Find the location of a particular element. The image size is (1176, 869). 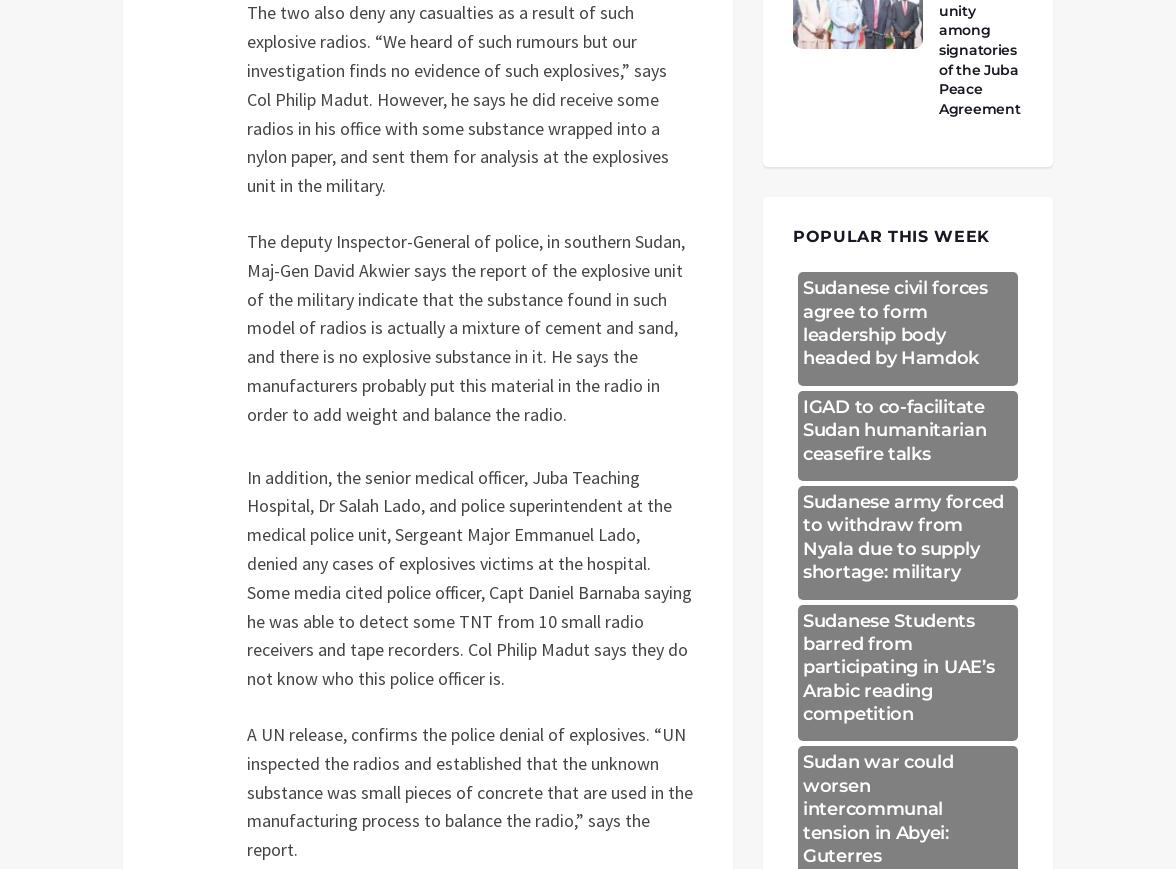

'In addition, the senior medical officer, Juba Teaching Hospital, Dr Salah Lado, and police superintendent at the medical police unit, Sergeant Major Emmanuel Lado, denied any cases of explosives victims at the hospital. Some media cited police officer, Capt Daniel Barnaba saying he was able to detect some TNT from 10 small radio receivers and tape recorders. Col Philip Madut says they do not know who this police officer is.' is located at coordinates (469, 577).